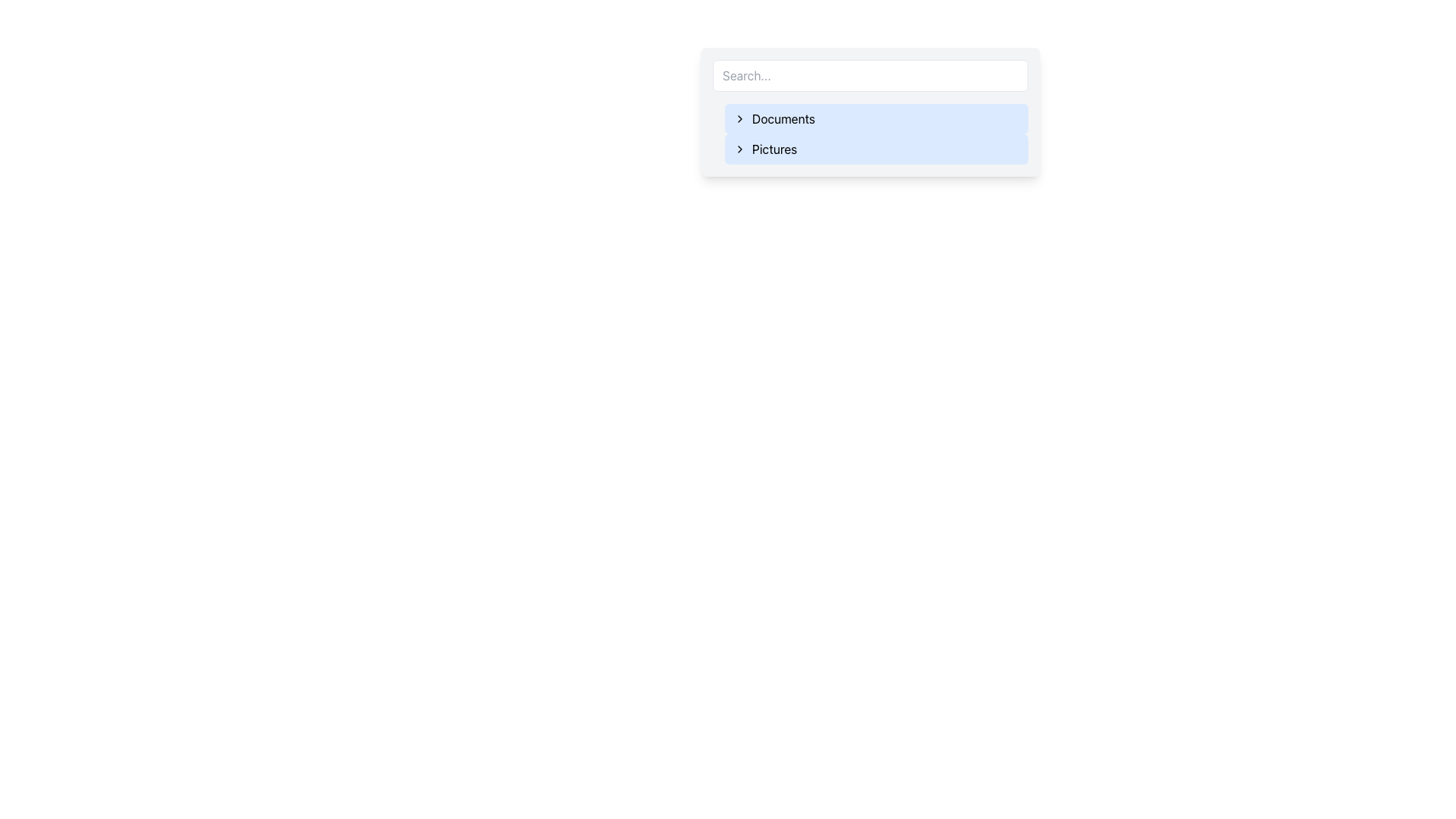 Image resolution: width=1456 pixels, height=819 pixels. I want to click on the small right-chevron icon next to the navigation label 'Documents', which is part of a clickable button styled with a blue background, so click(739, 118).